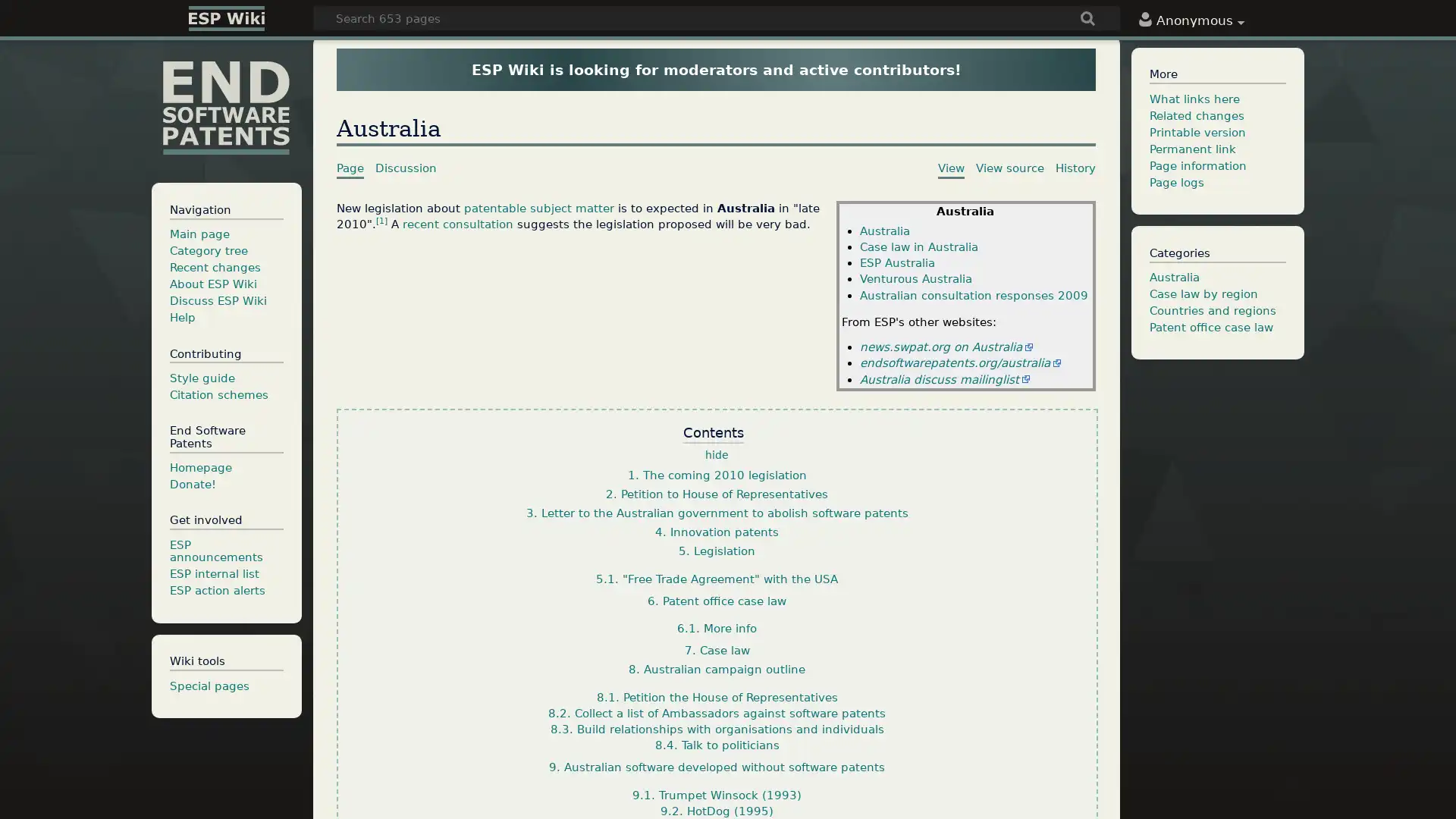 Image resolution: width=1456 pixels, height=819 pixels. Describe the element at coordinates (1087, 20) in the screenshot. I see `Go` at that location.